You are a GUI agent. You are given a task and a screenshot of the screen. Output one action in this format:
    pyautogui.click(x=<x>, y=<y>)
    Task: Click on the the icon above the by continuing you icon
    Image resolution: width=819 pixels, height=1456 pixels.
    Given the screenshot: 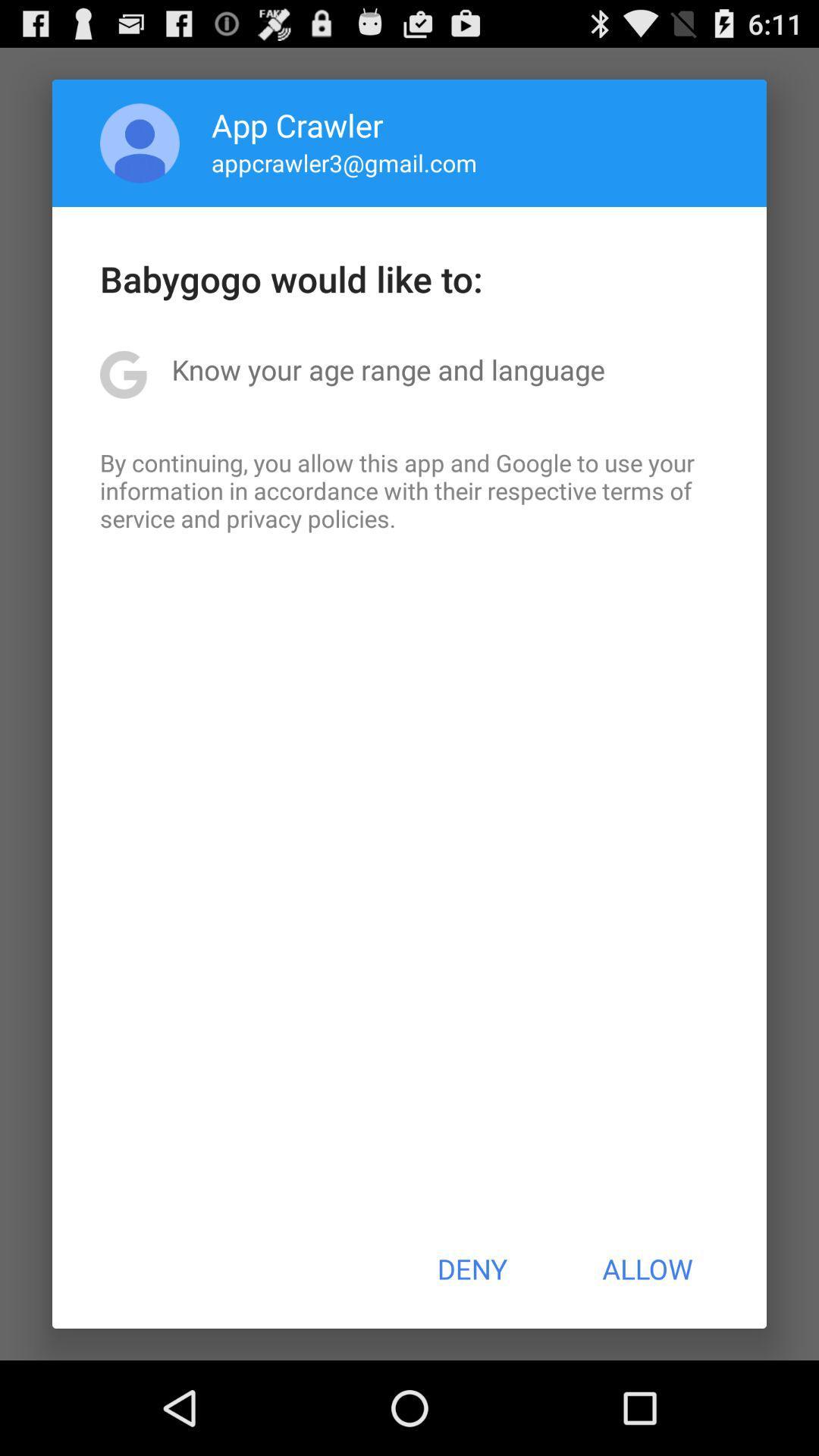 What is the action you would take?
    pyautogui.click(x=388, y=369)
    